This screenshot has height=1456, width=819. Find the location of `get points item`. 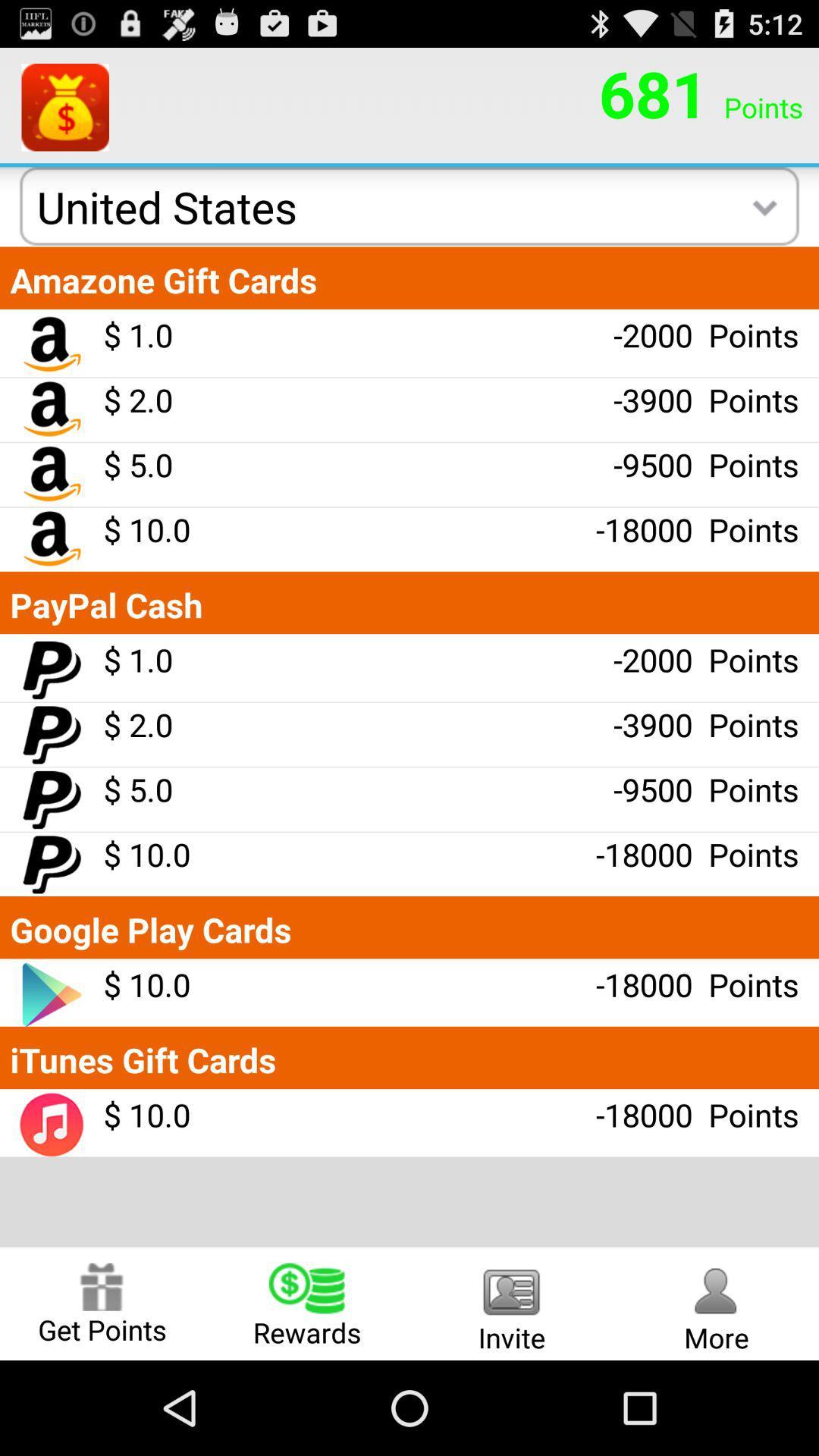

get points item is located at coordinates (102, 1303).